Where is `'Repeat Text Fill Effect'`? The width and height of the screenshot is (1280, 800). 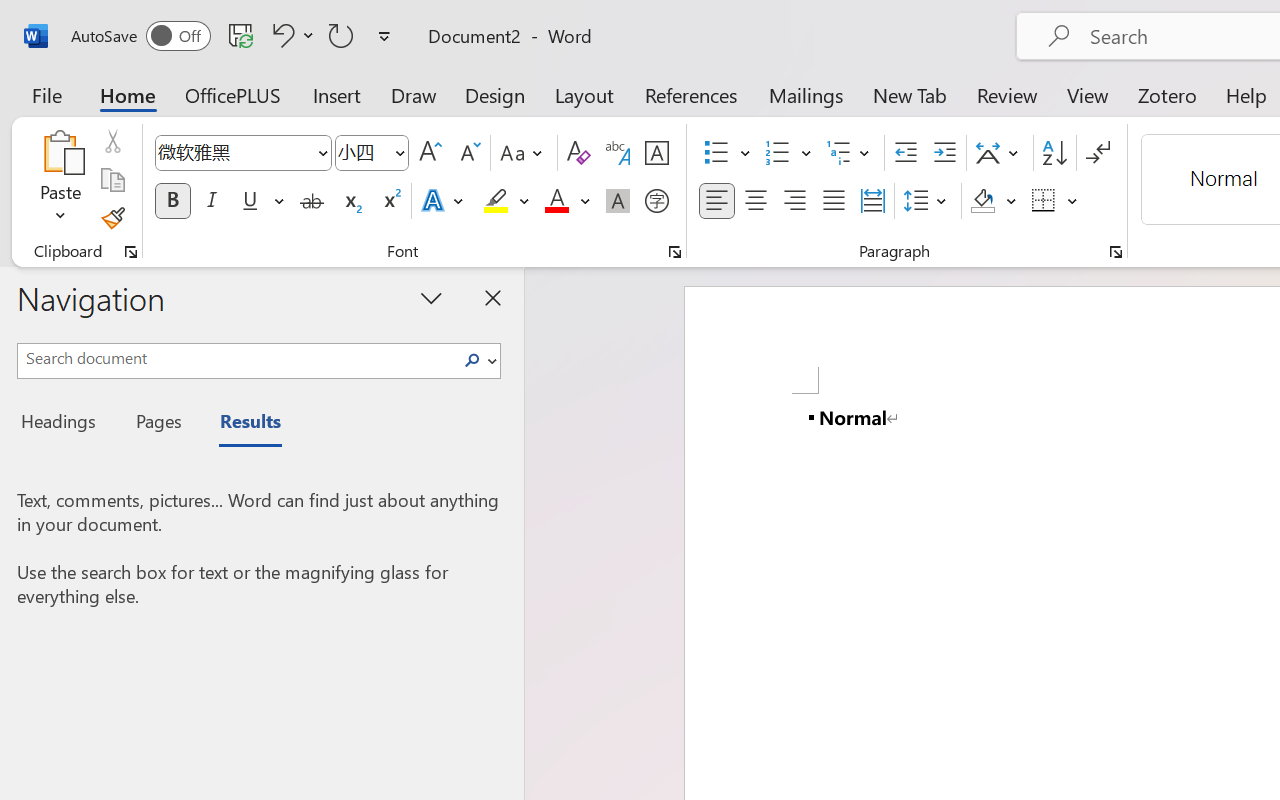
'Repeat Text Fill Effect' is located at coordinates (341, 34).